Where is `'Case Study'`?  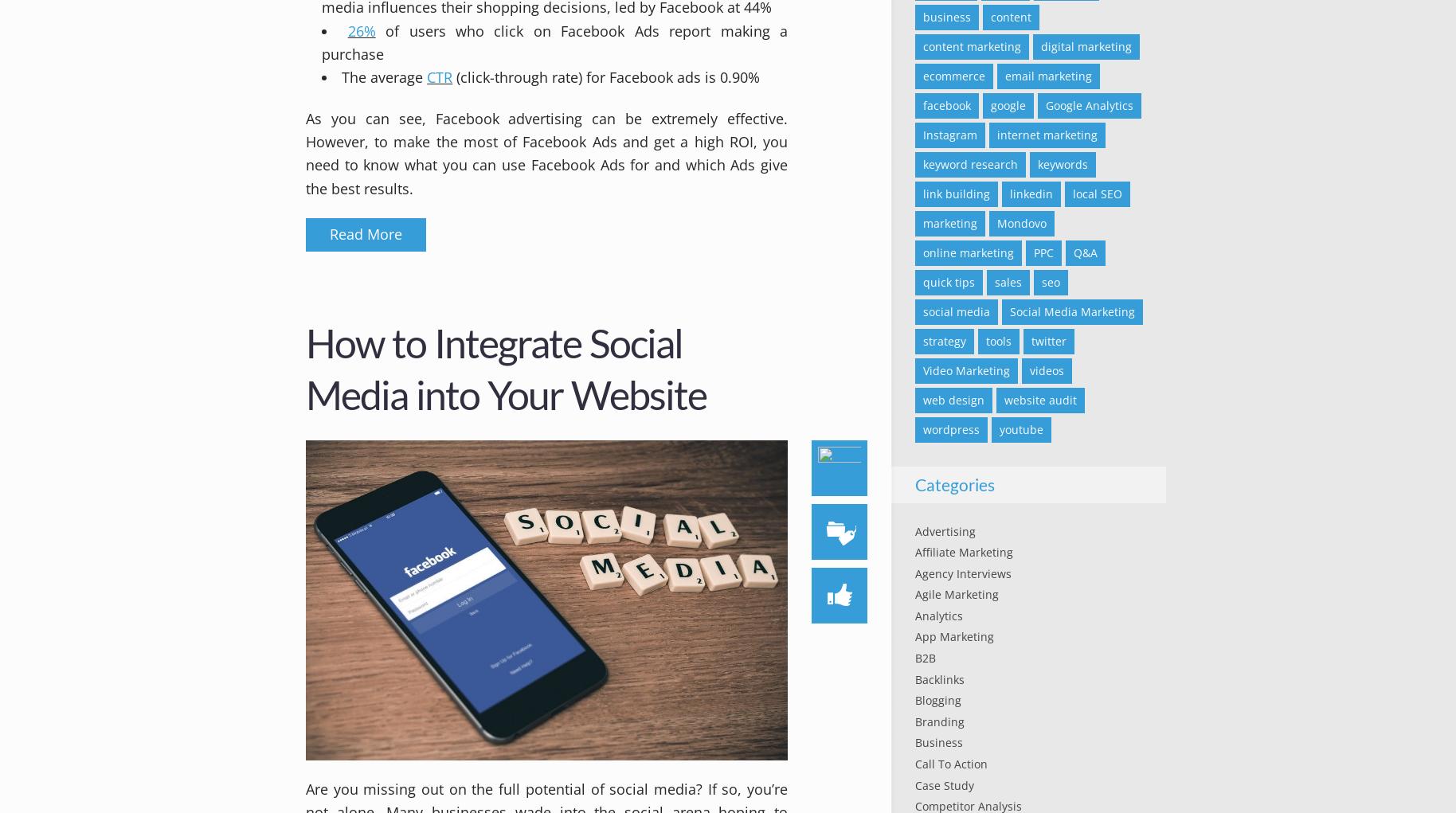
'Case Study' is located at coordinates (944, 784).